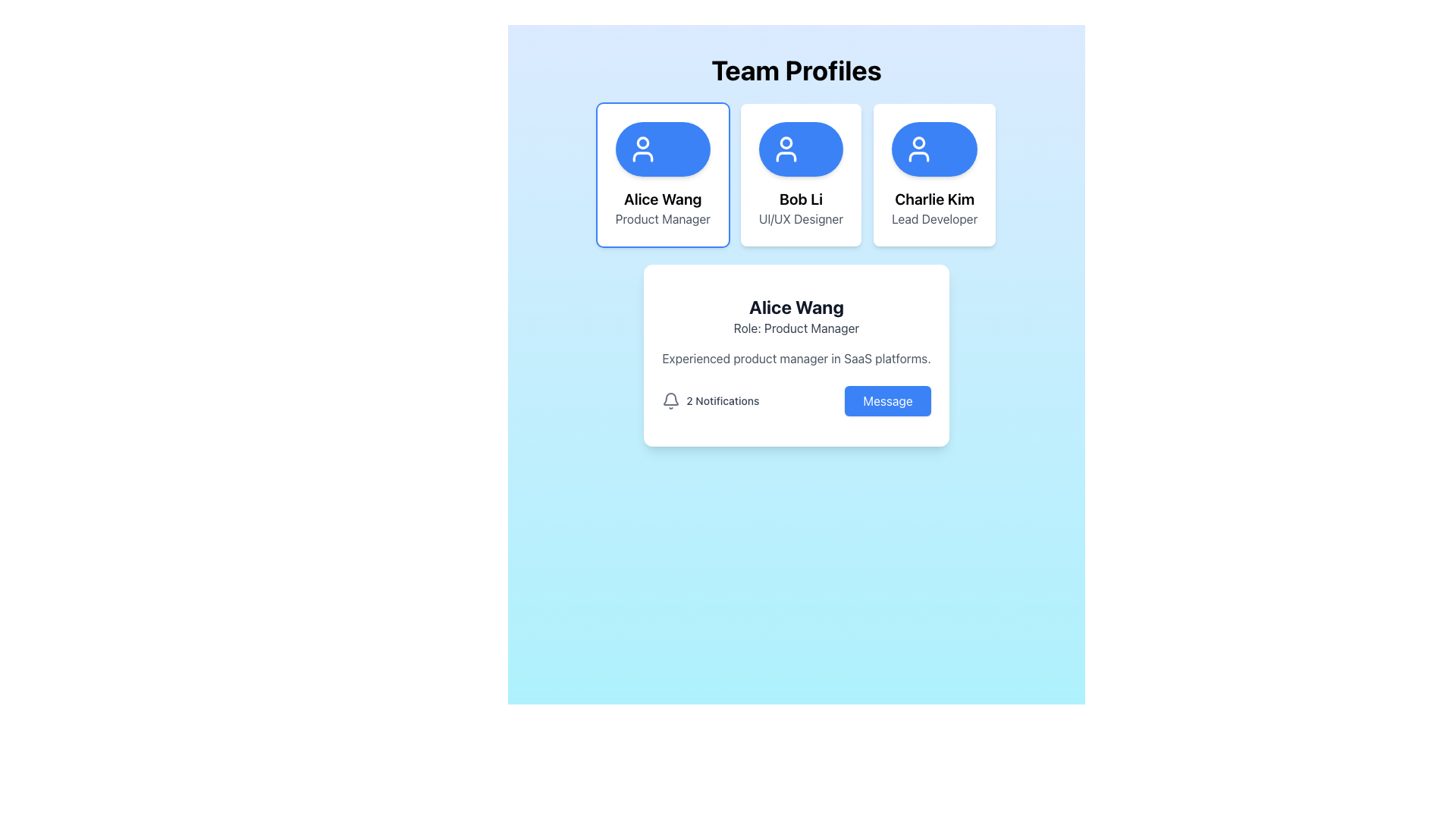 Image resolution: width=1456 pixels, height=819 pixels. What do you see at coordinates (800, 219) in the screenshot?
I see `the text representing the professional role or designation of 'Bob Li', located directly beneath his name within the middle card of the 'Team Profiles' section` at bounding box center [800, 219].